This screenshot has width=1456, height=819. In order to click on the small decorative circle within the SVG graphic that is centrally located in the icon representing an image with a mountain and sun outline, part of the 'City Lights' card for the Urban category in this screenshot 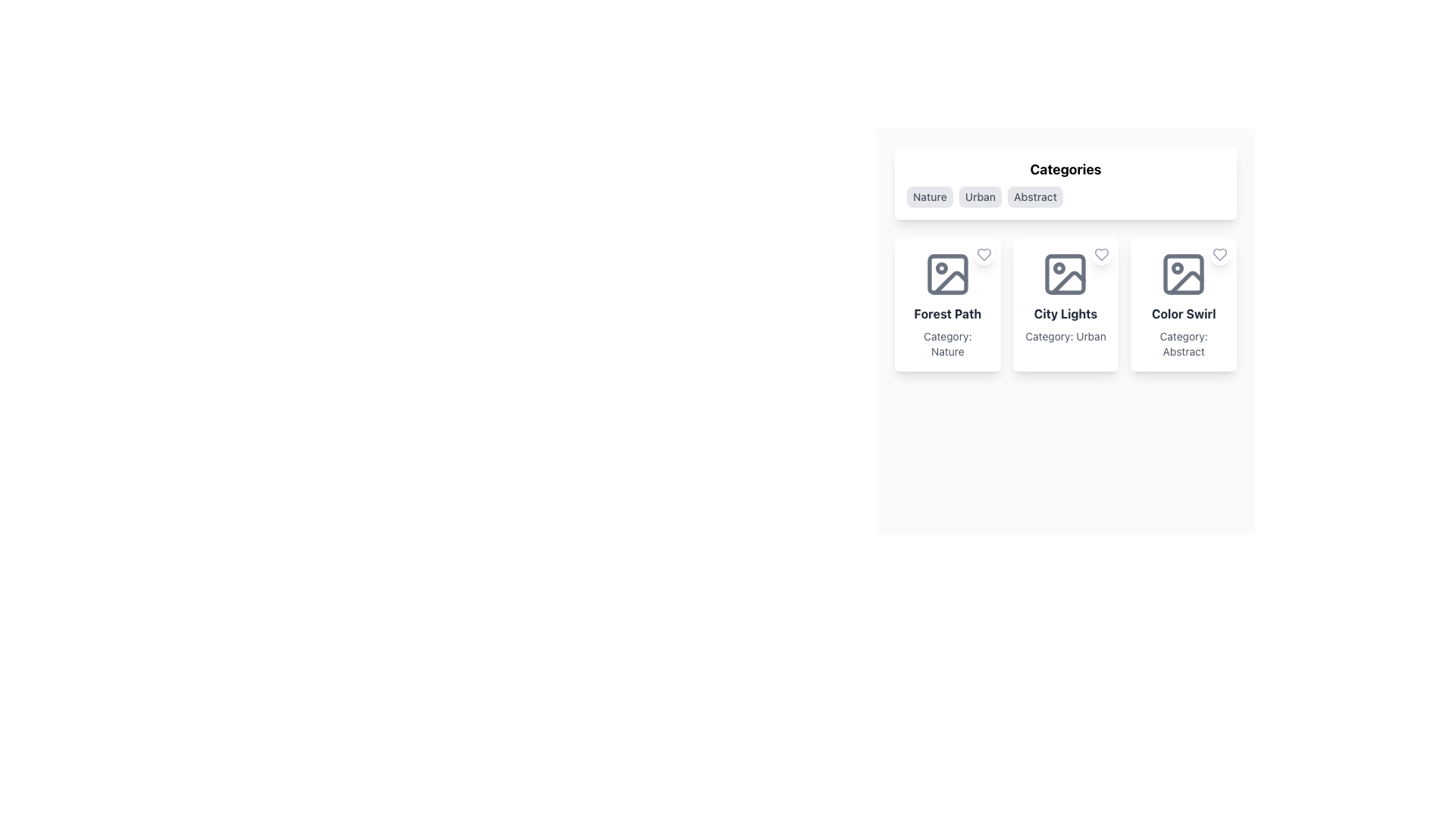, I will do `click(1059, 268)`.